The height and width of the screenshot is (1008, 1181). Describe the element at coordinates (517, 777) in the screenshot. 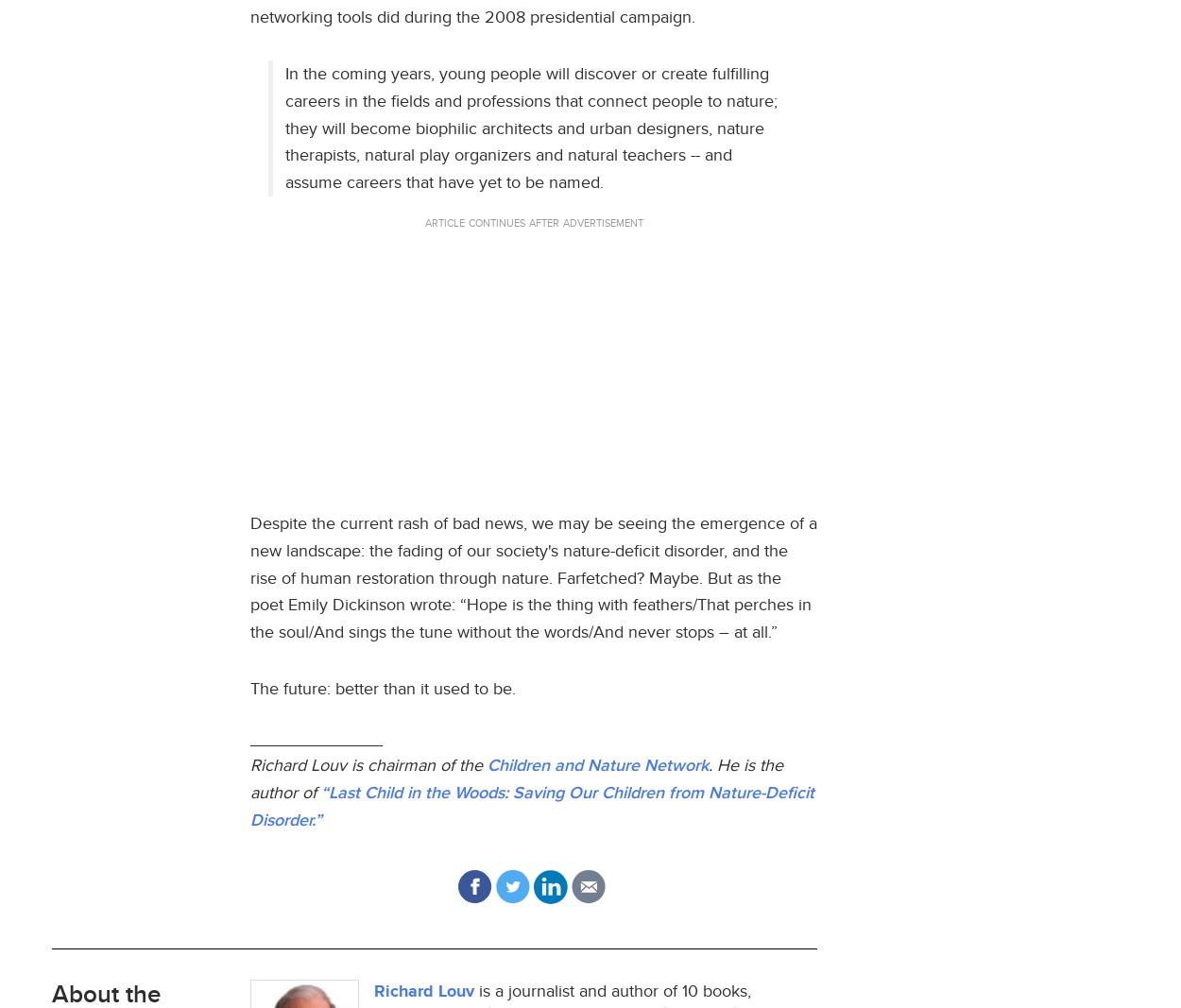

I see `'. He is the author of'` at that location.